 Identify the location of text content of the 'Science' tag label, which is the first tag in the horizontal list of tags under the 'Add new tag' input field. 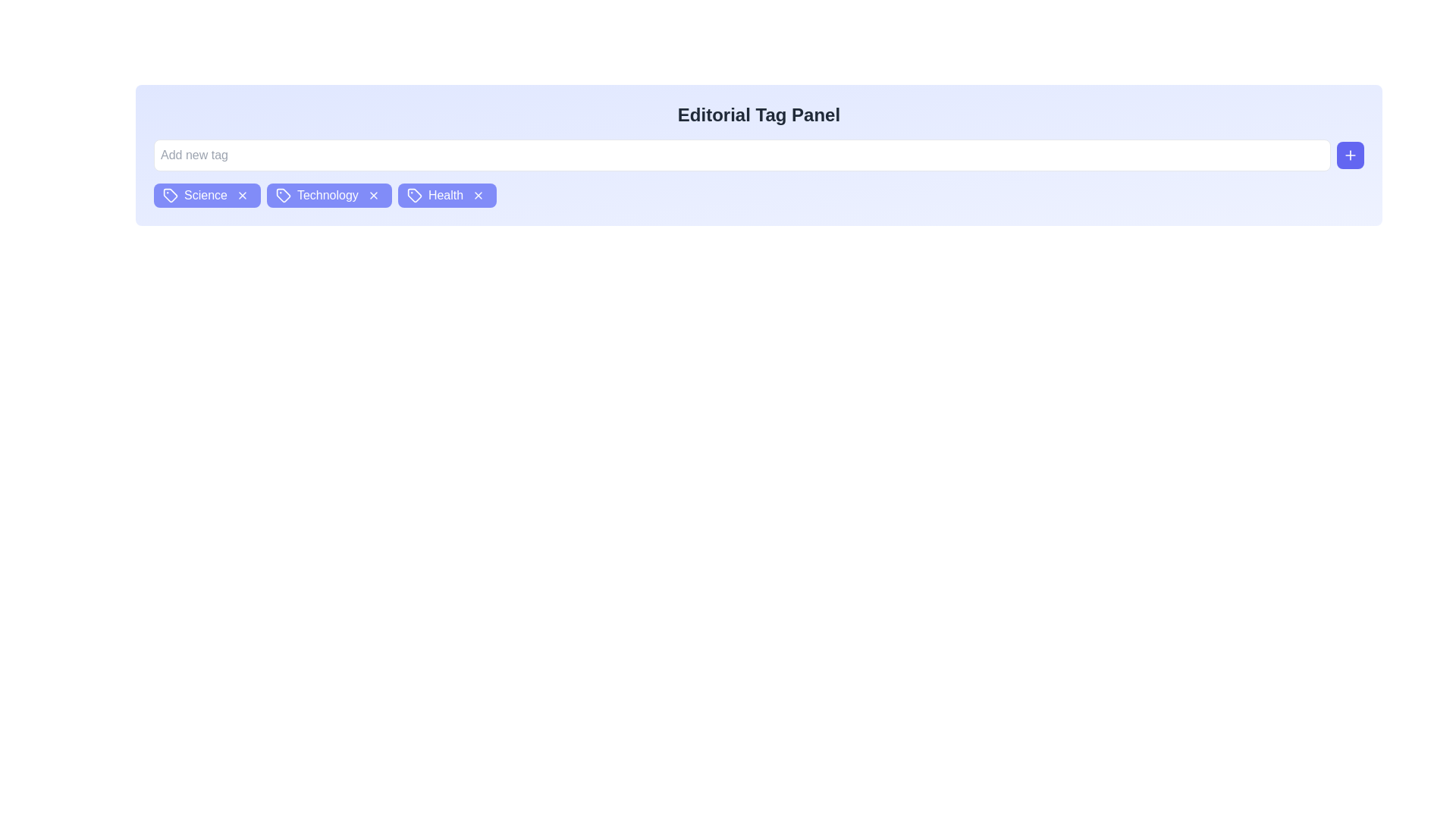
(205, 195).